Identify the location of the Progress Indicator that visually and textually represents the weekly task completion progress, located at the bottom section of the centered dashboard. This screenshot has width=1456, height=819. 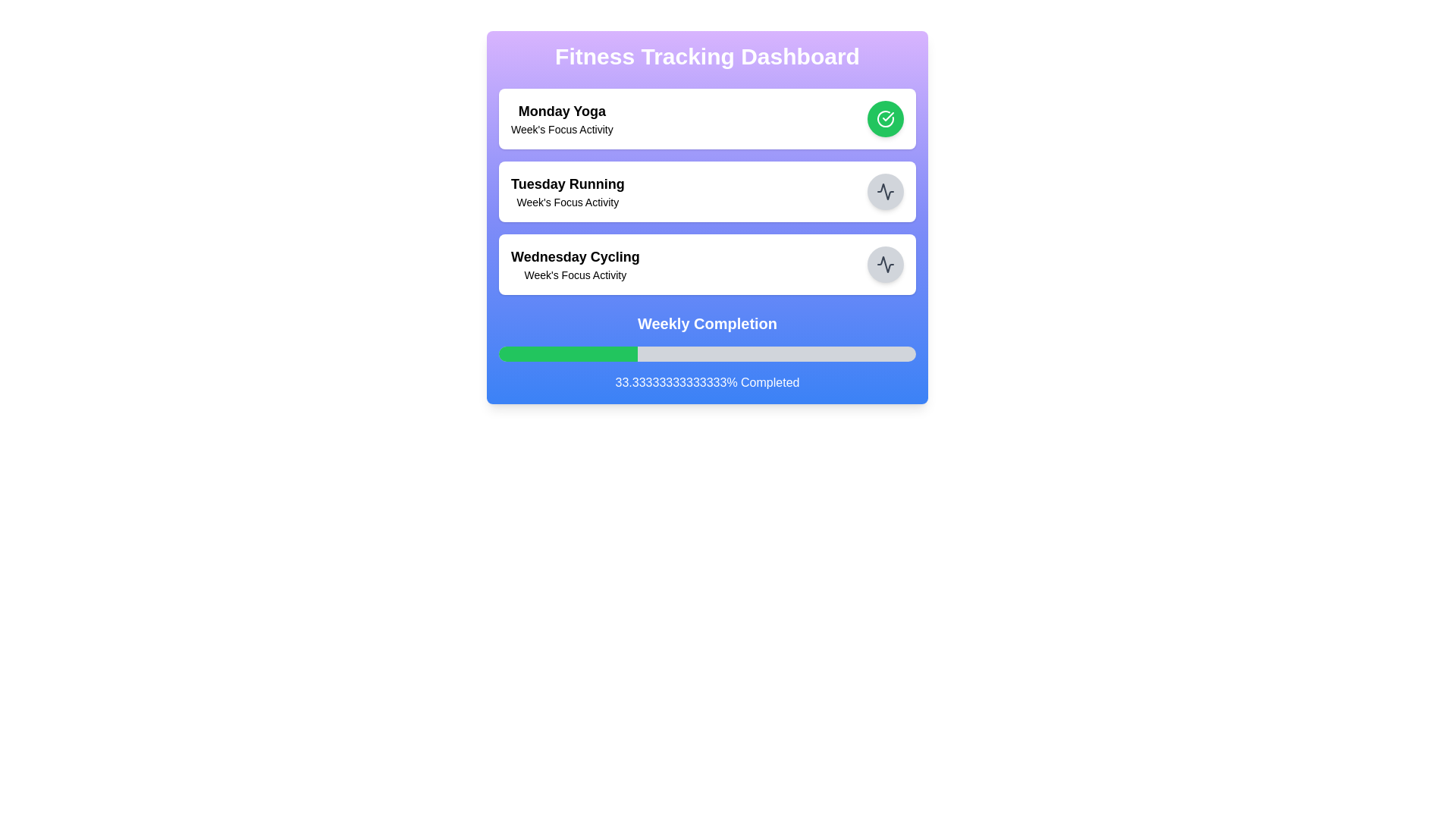
(706, 353).